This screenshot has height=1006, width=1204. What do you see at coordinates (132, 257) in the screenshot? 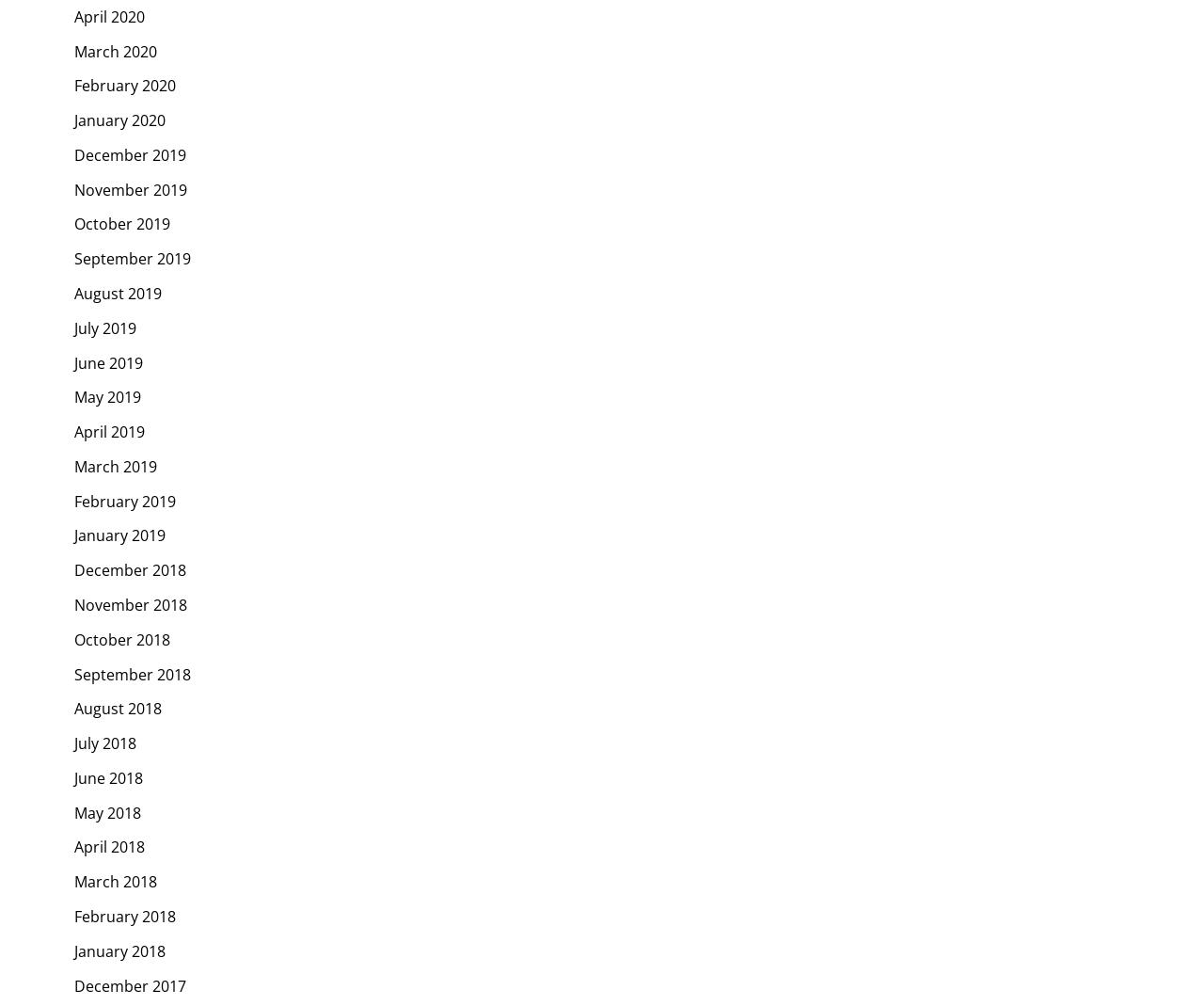
I see `'September 2019'` at bounding box center [132, 257].